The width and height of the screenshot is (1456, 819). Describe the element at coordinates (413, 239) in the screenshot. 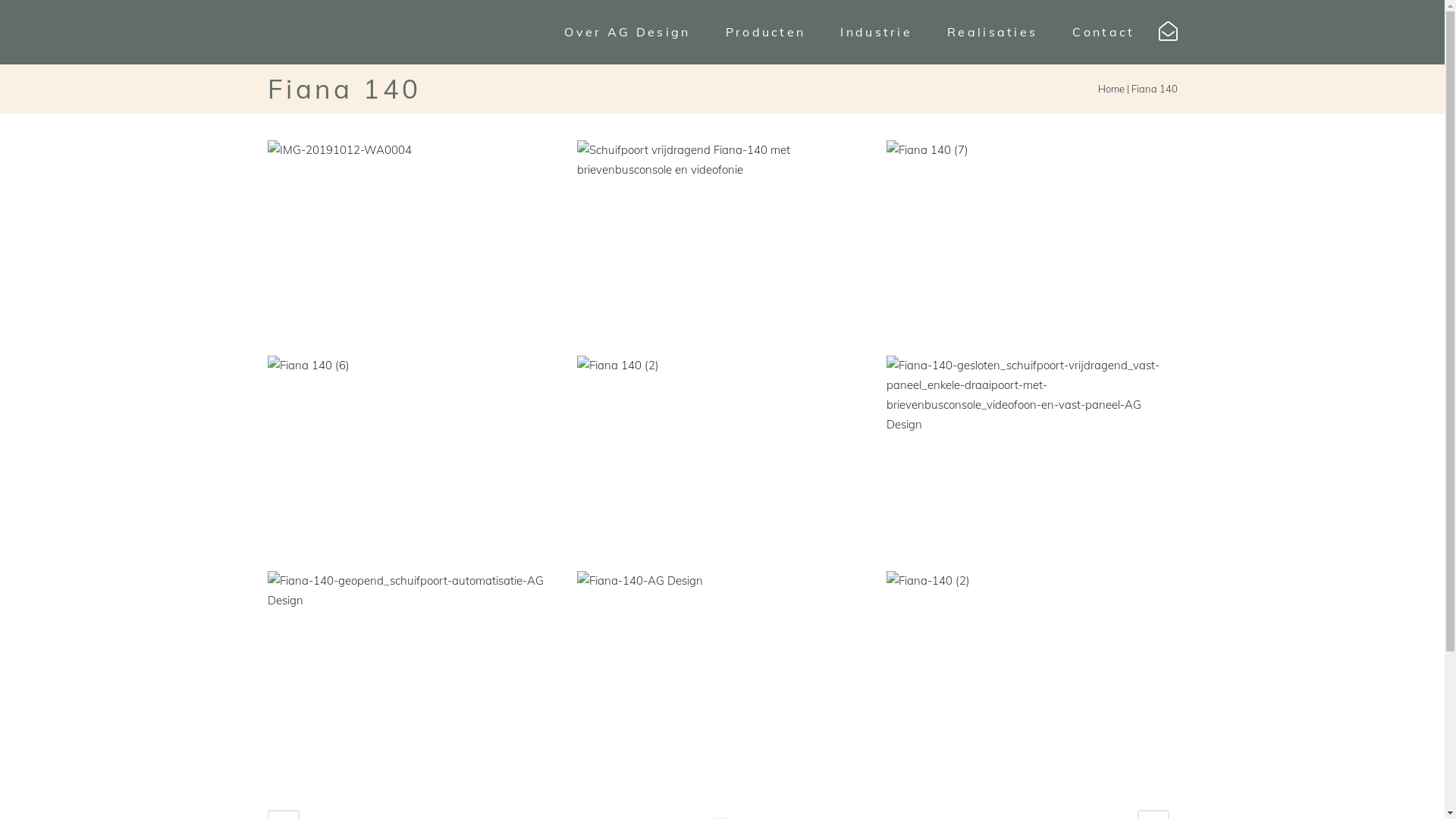

I see `'IMG-20191012-WA0004'` at that location.